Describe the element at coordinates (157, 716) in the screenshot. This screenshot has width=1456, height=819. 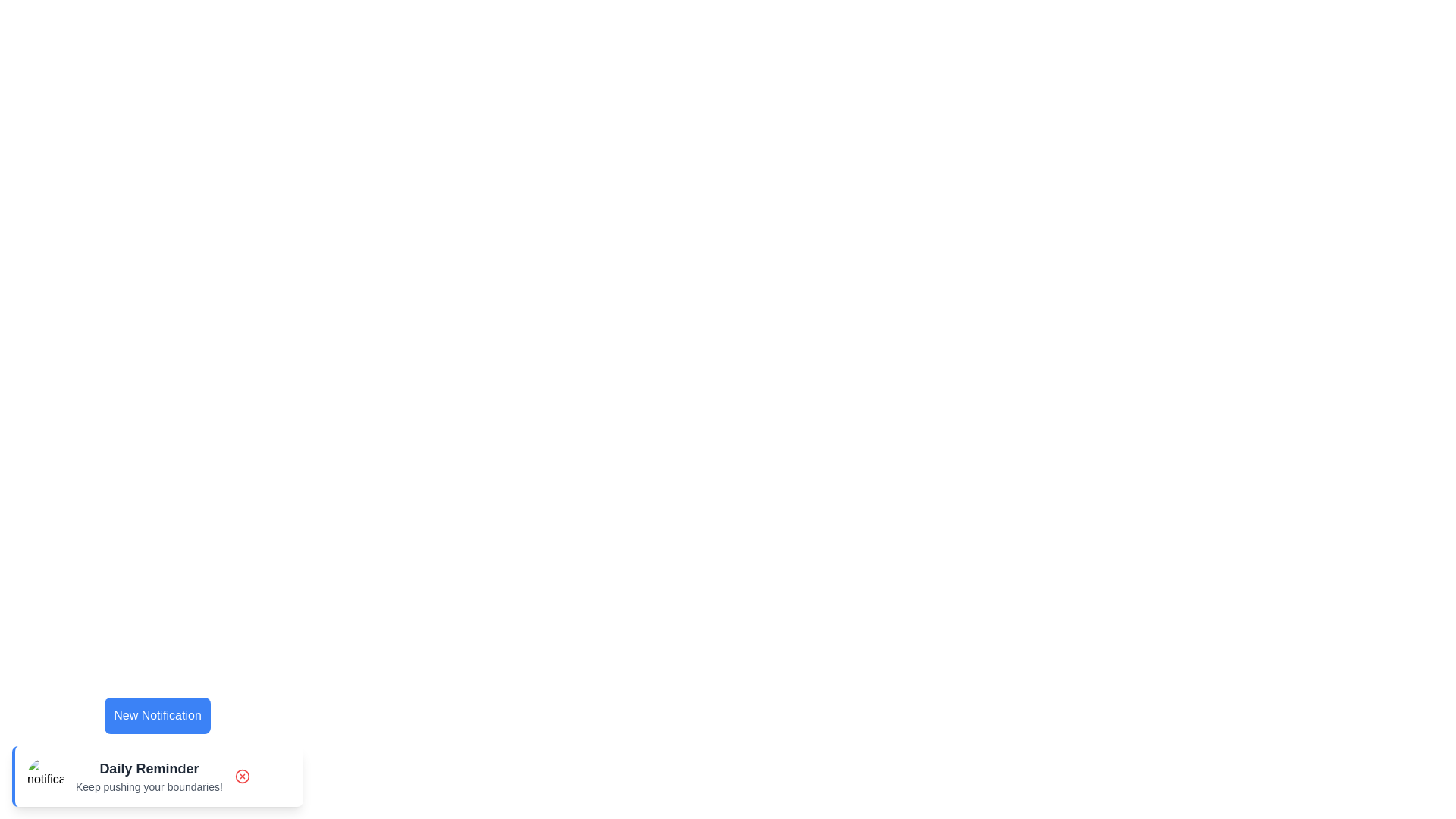
I see `the New Notification Button to observe hover effects` at that location.